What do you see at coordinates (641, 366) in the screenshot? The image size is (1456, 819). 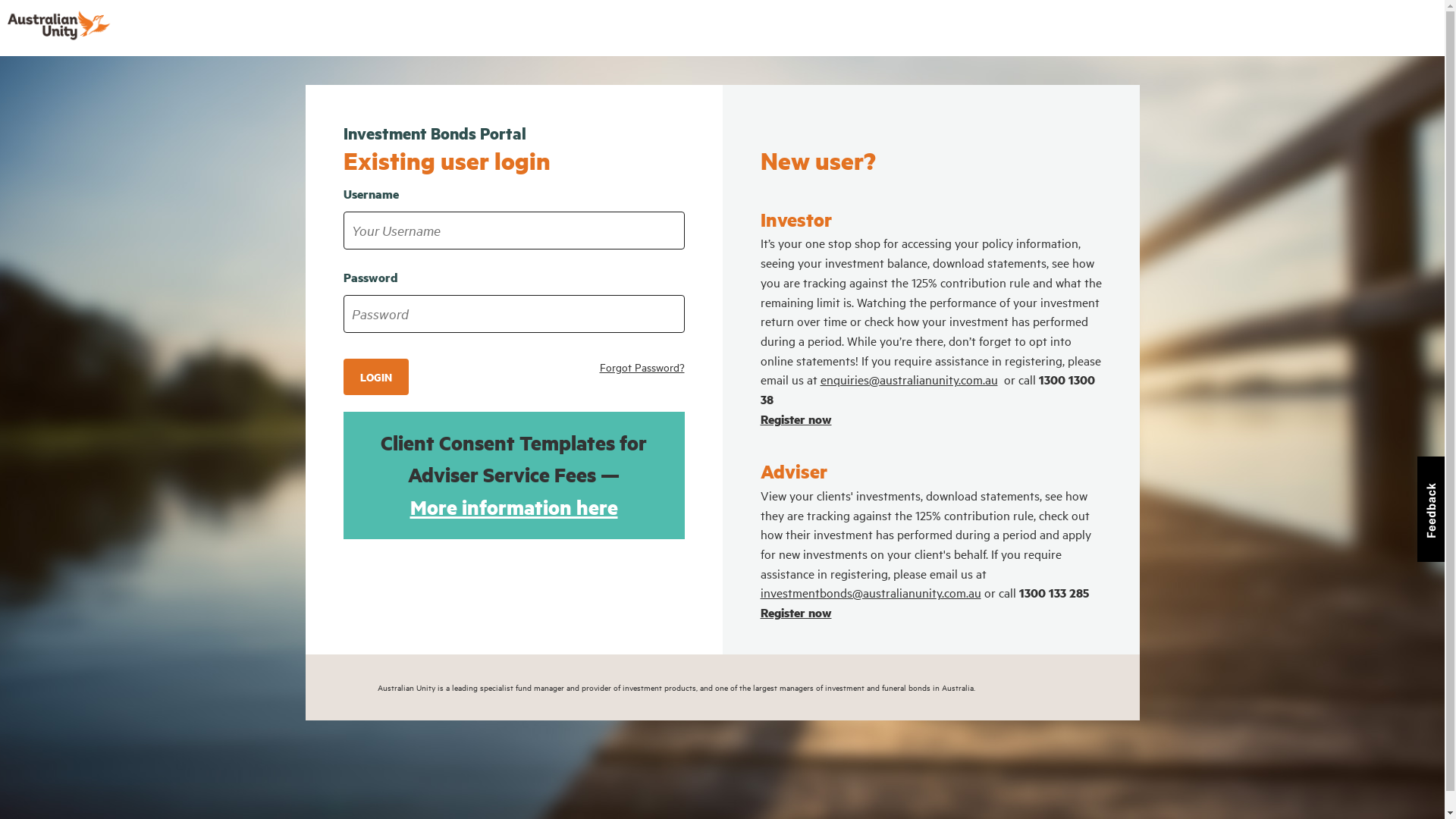 I see `'Forgot Password?'` at bounding box center [641, 366].